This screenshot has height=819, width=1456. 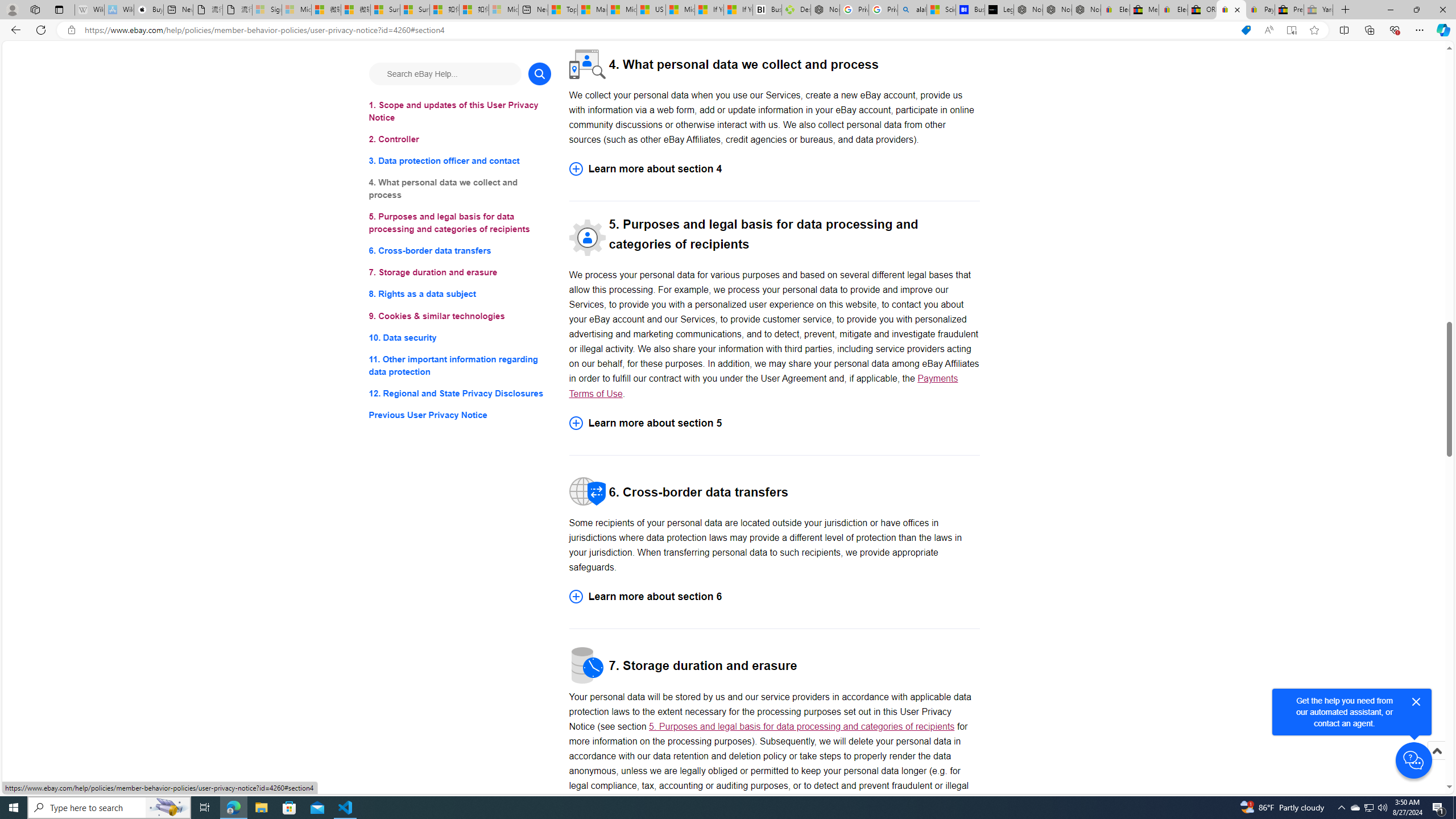 I want to click on '11. Other important information regarding data protection', so click(x=459, y=365).